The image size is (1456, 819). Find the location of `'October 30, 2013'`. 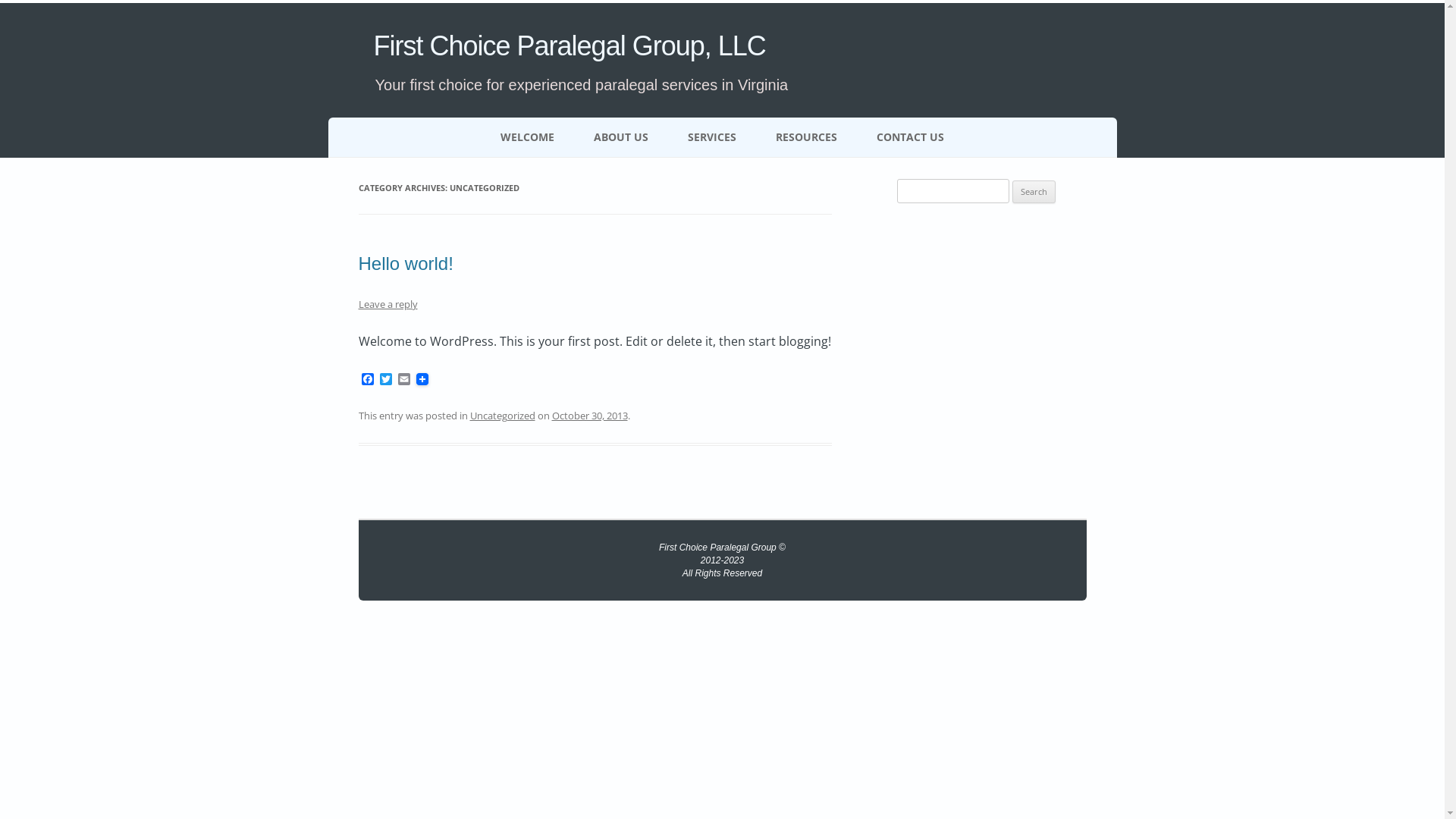

'October 30, 2013' is located at coordinates (588, 415).